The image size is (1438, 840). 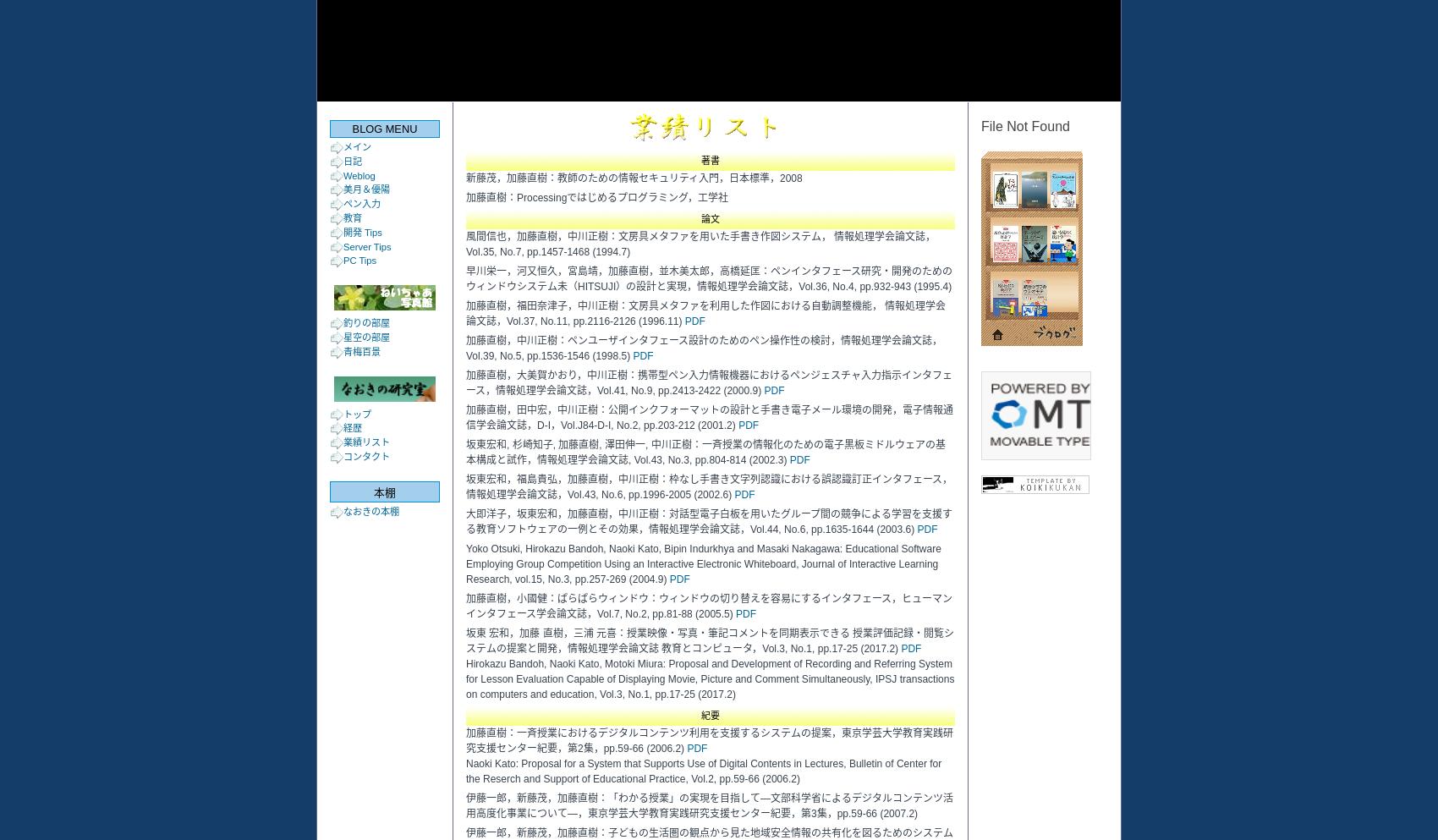 I want to click on '加藤直樹：一斉授業におけるデジタルコンテンツ利用を支援するシステムの提案，東京学芸大学教育実践研究支援センター紀要，第2集，pp.59-66 (2006.2)', so click(x=708, y=740).